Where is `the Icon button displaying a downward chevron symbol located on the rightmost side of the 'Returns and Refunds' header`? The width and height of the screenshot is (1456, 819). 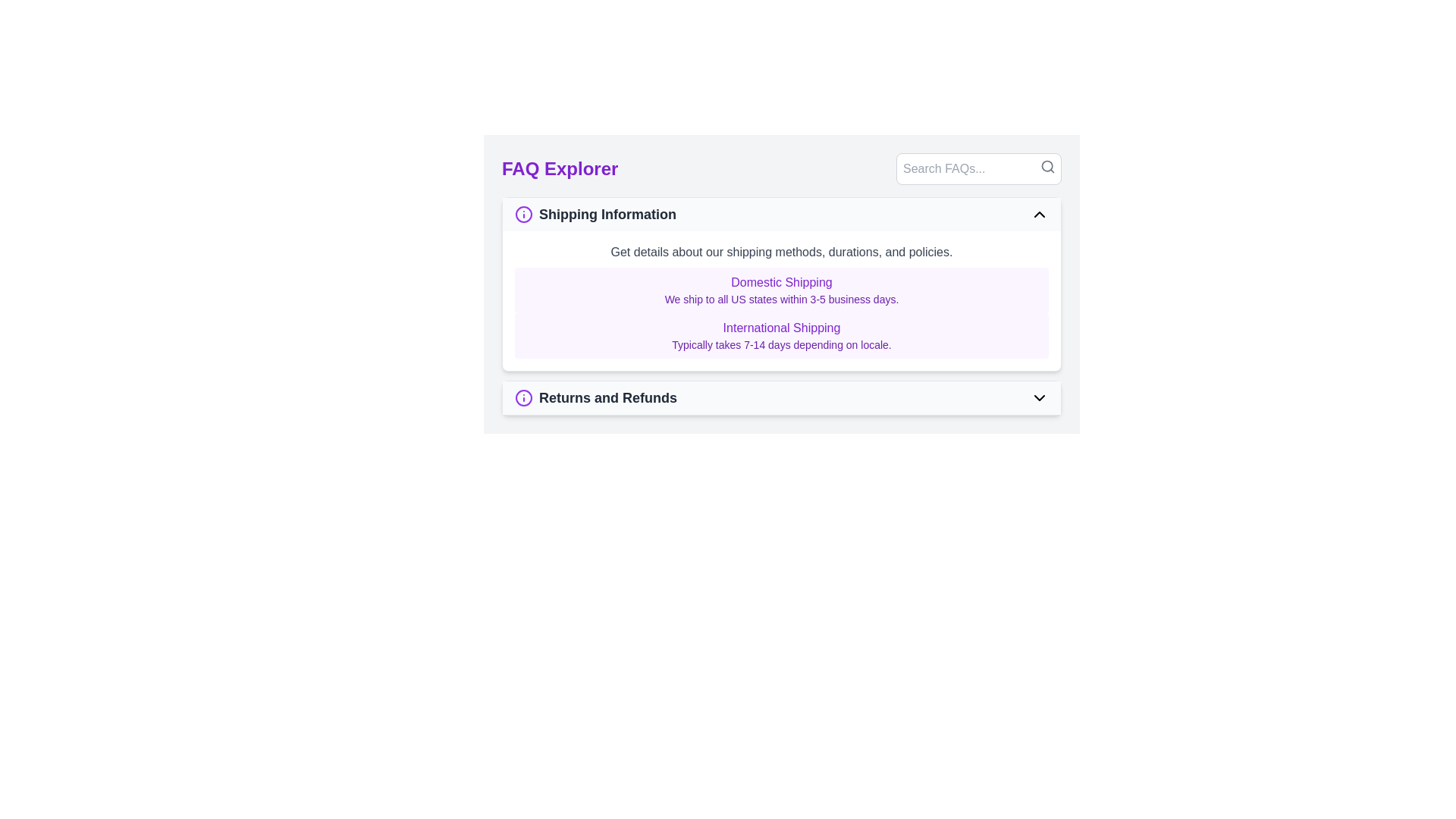 the Icon button displaying a downward chevron symbol located on the rightmost side of the 'Returns and Refunds' header is located at coordinates (1039, 397).